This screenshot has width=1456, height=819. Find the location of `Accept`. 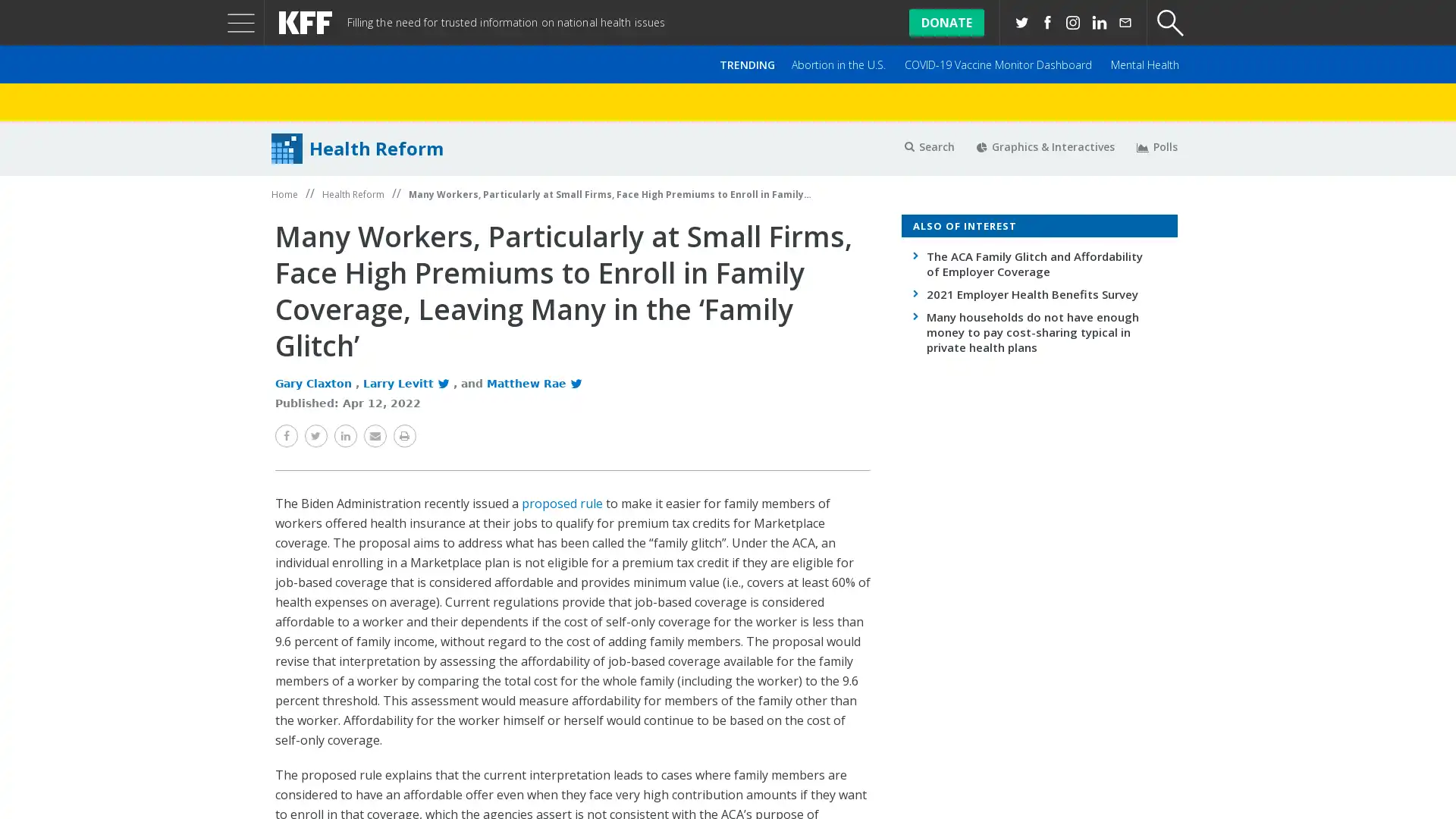

Accept is located at coordinates (1004, 783).